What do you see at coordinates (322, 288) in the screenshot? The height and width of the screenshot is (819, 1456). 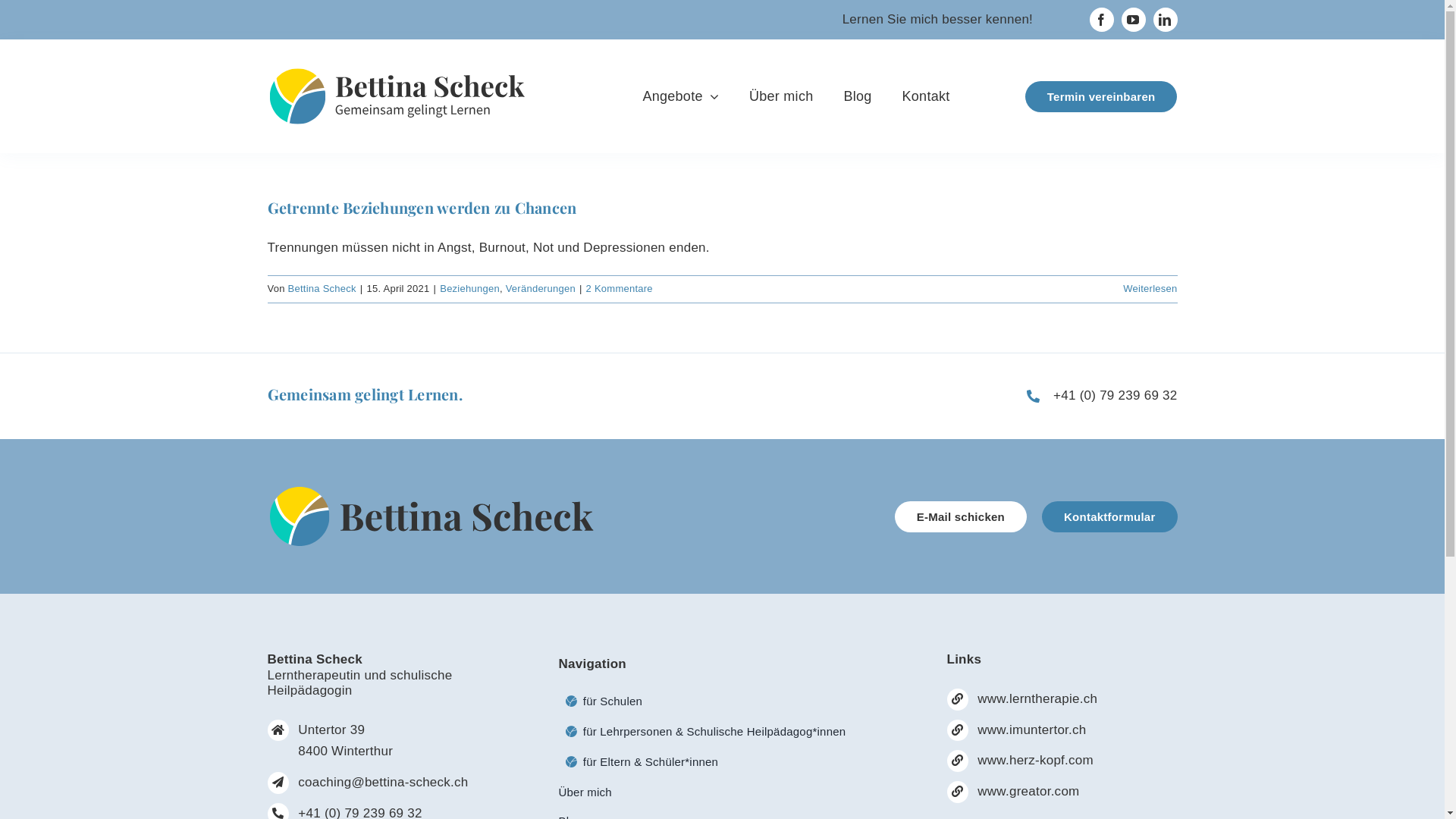 I see `'Bettina Scheck'` at bounding box center [322, 288].